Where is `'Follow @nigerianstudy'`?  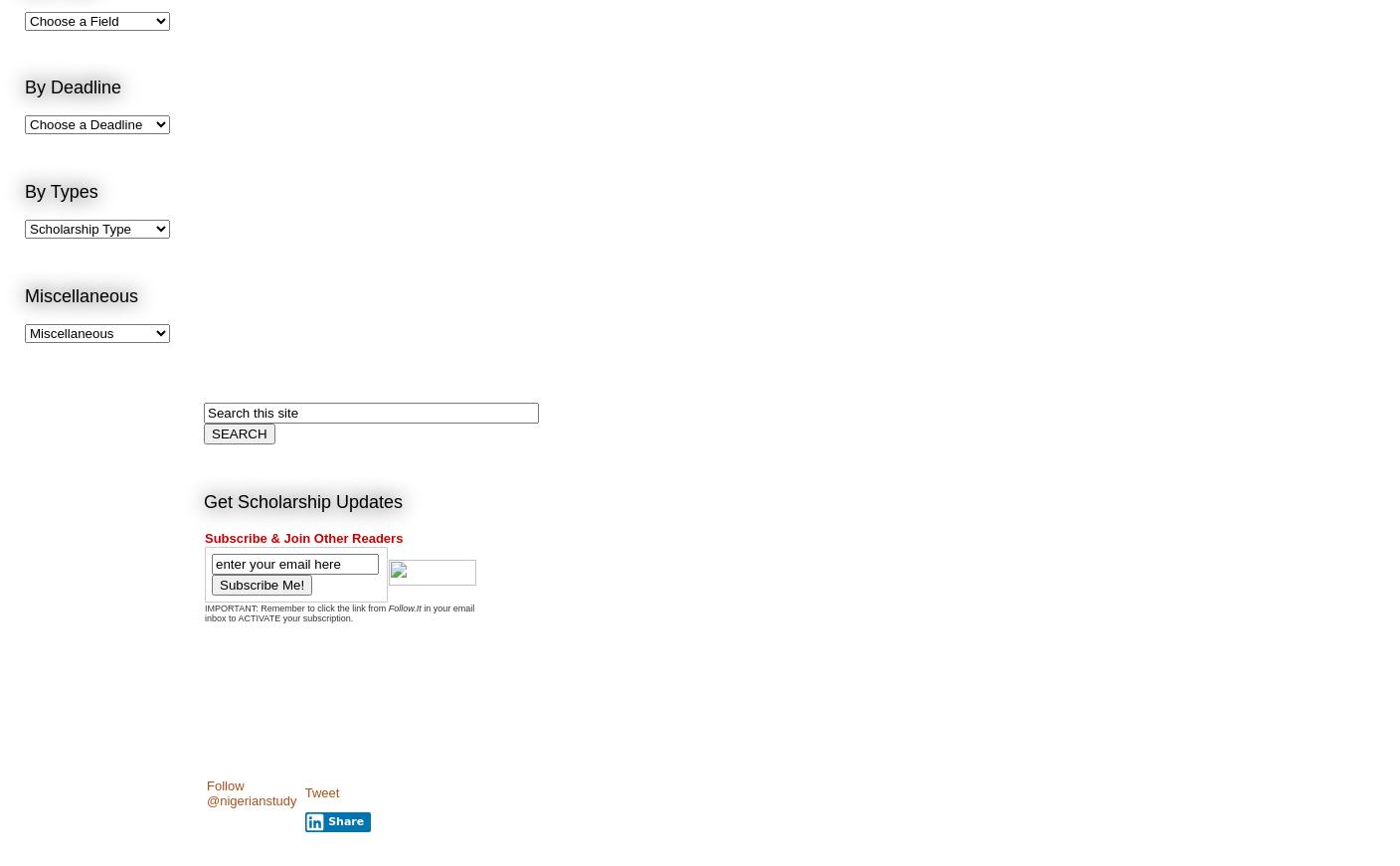 'Follow @nigerianstudy' is located at coordinates (205, 791).